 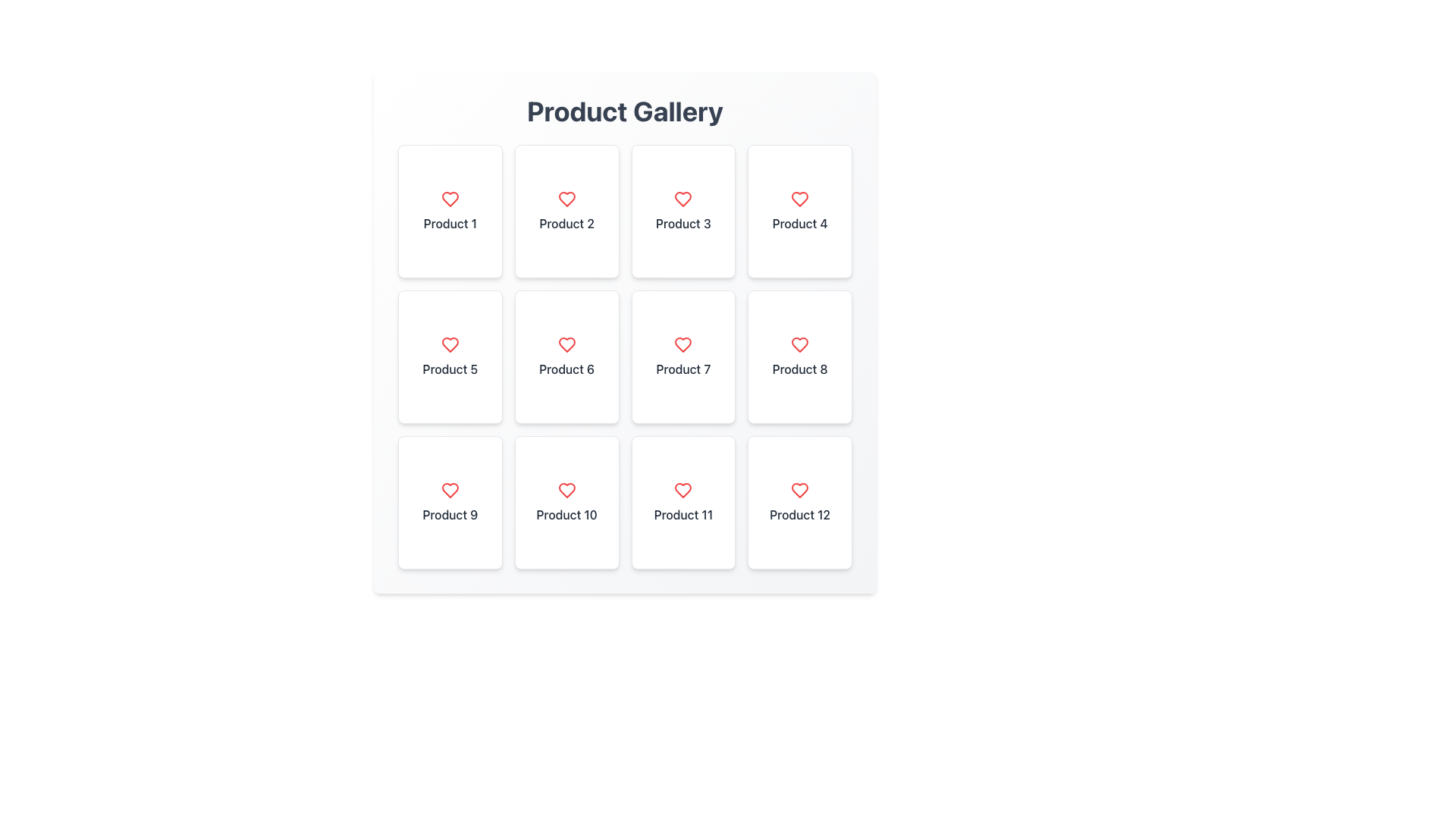 What do you see at coordinates (799, 356) in the screenshot?
I see `the rectangular card with a white background and rounded corners that contains a red heart icon and the text label 'Product 8', located in the third row, fourth column of the grid layout` at bounding box center [799, 356].